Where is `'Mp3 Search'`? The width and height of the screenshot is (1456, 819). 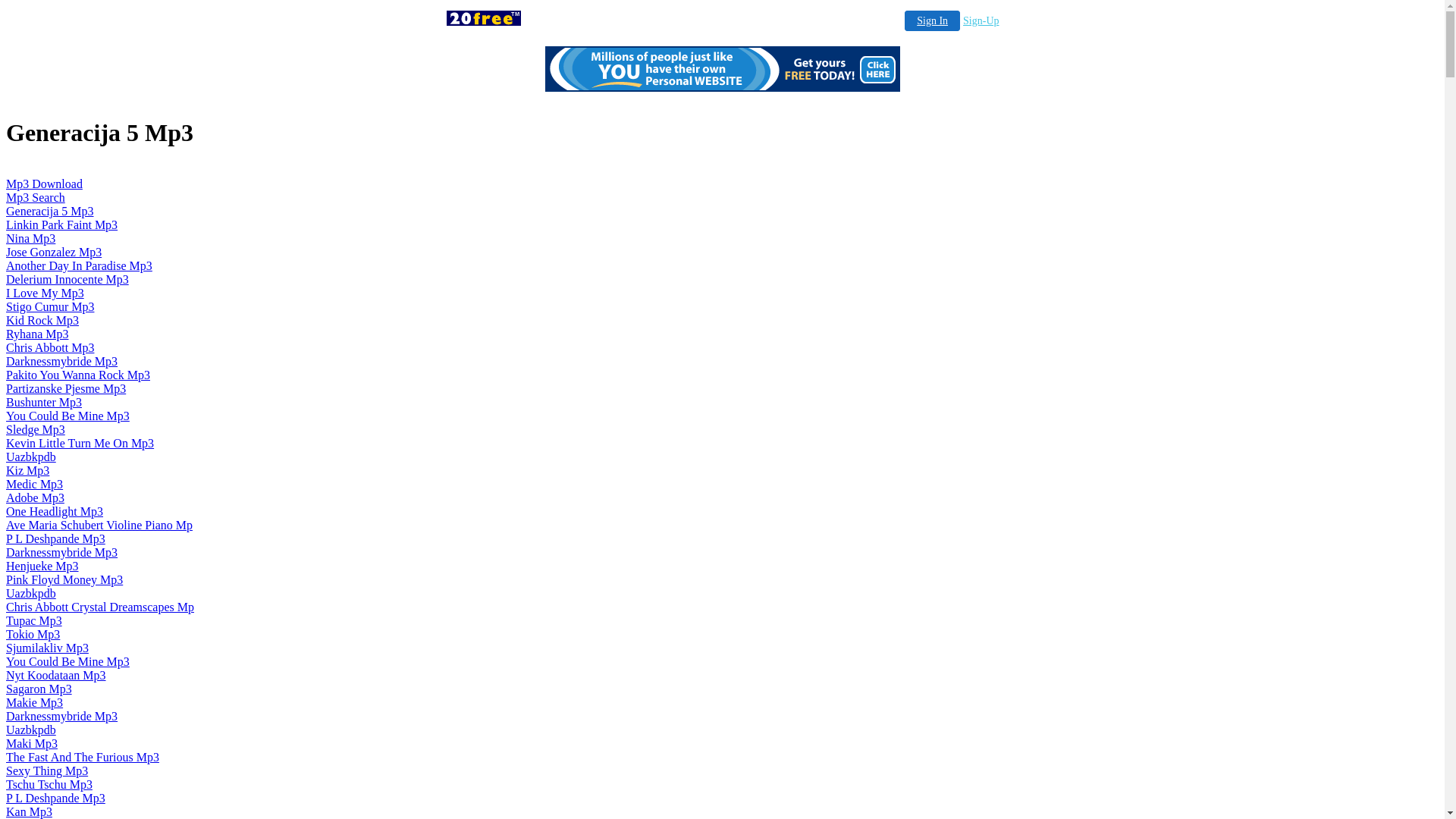 'Mp3 Search' is located at coordinates (36, 196).